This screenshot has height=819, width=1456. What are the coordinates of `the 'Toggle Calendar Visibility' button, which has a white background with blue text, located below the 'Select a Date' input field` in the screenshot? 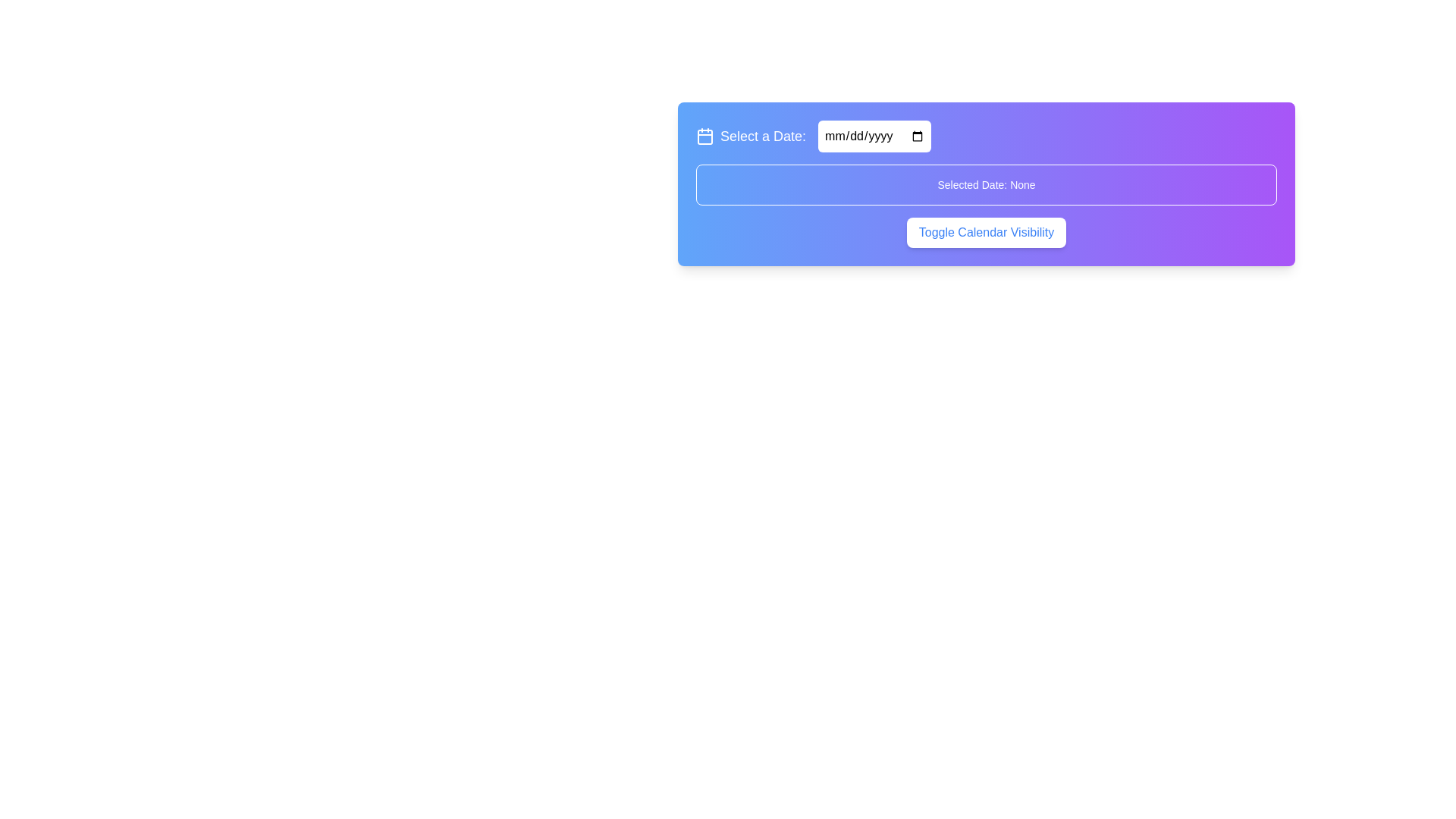 It's located at (986, 233).